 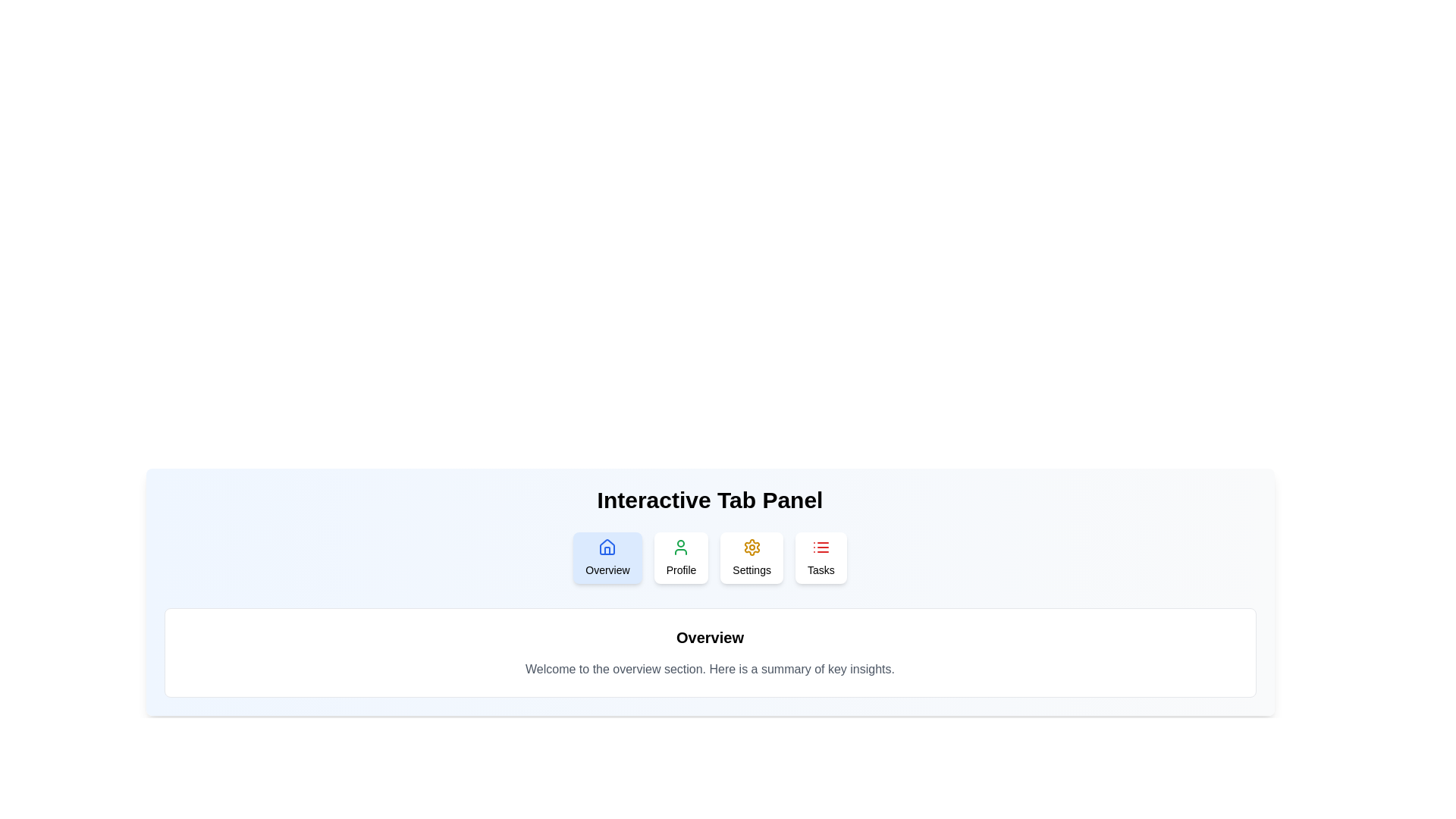 I want to click on the Profile tab to observe the transition and content change, so click(x=679, y=558).